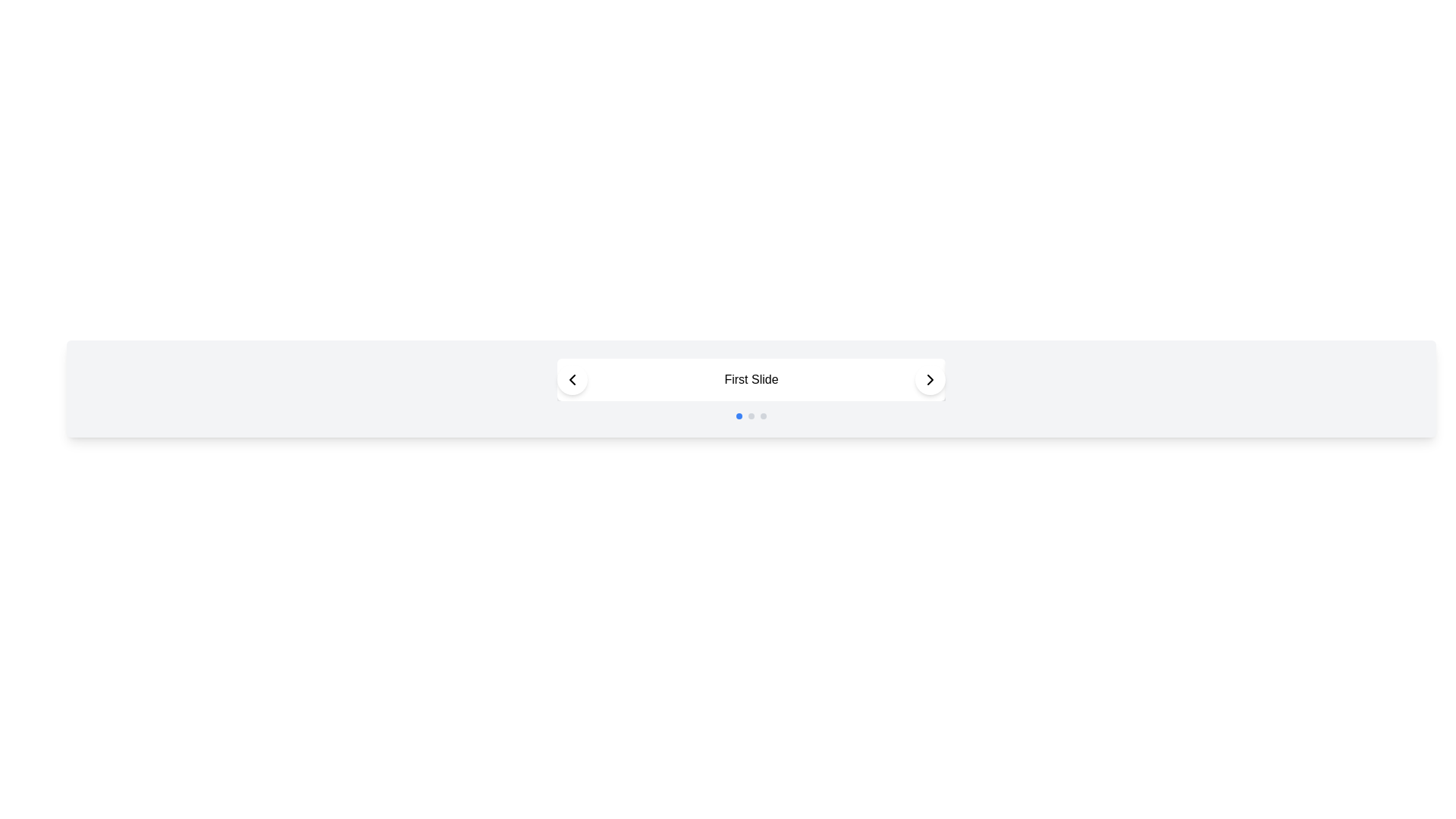 The image size is (1456, 819). What do you see at coordinates (751, 416) in the screenshot?
I see `the Carousel Indicator (Dot Navigation) located below the main carousel display area, which indicates the currently active item in the slideshow` at bounding box center [751, 416].